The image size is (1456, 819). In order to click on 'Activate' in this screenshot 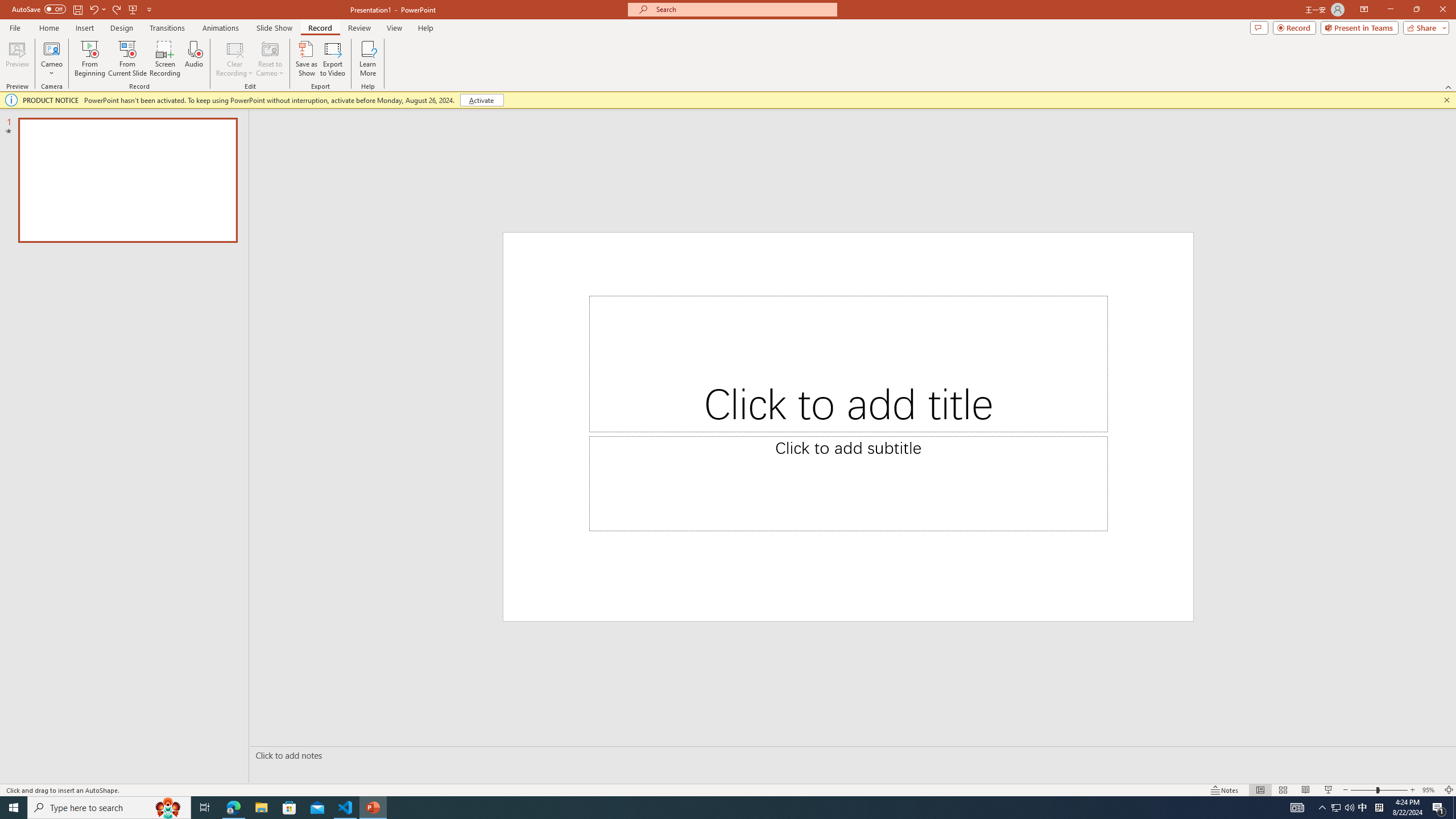, I will do `click(482, 100)`.